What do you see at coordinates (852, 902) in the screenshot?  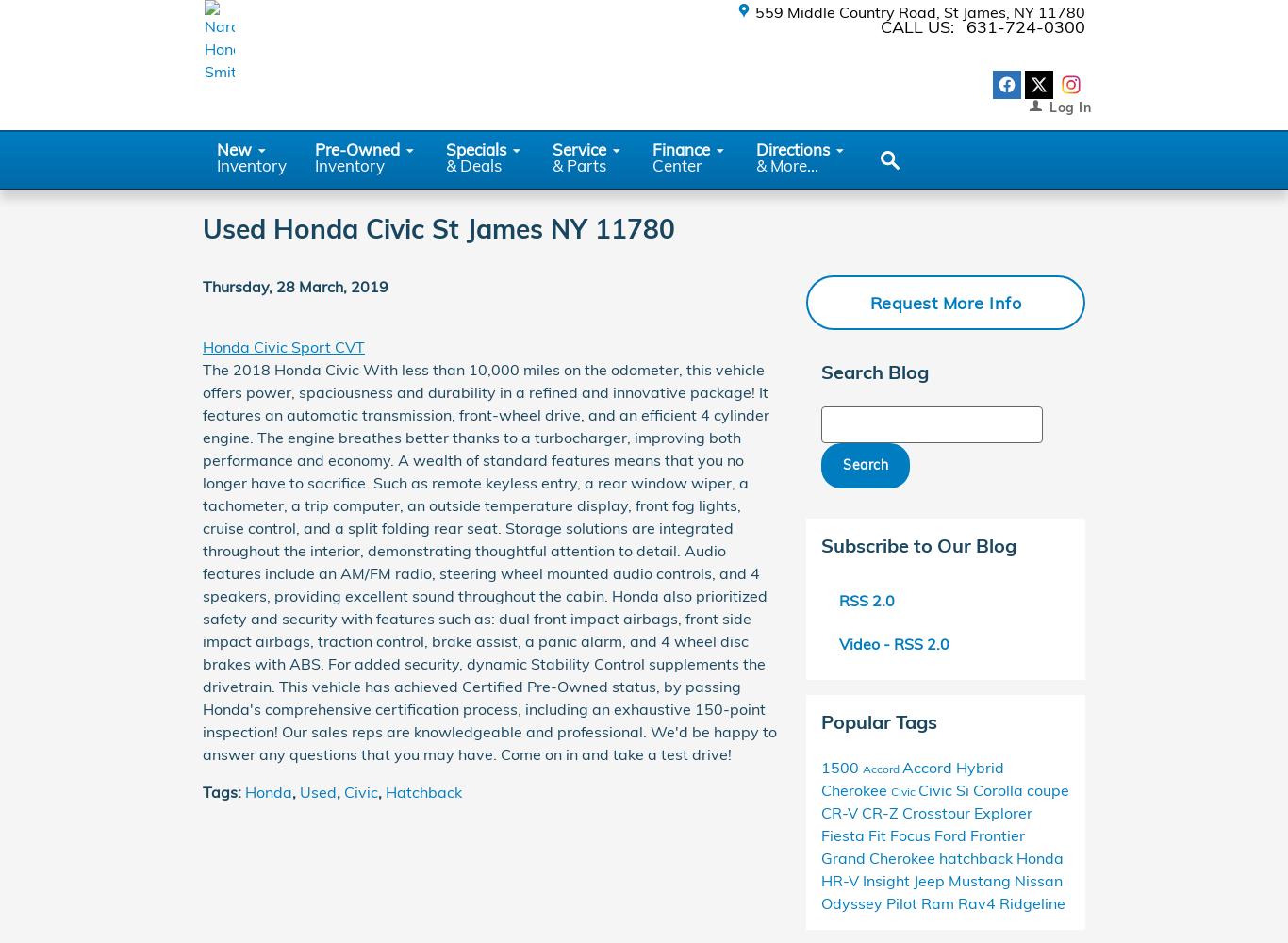 I see `'Odyssey'` at bounding box center [852, 902].